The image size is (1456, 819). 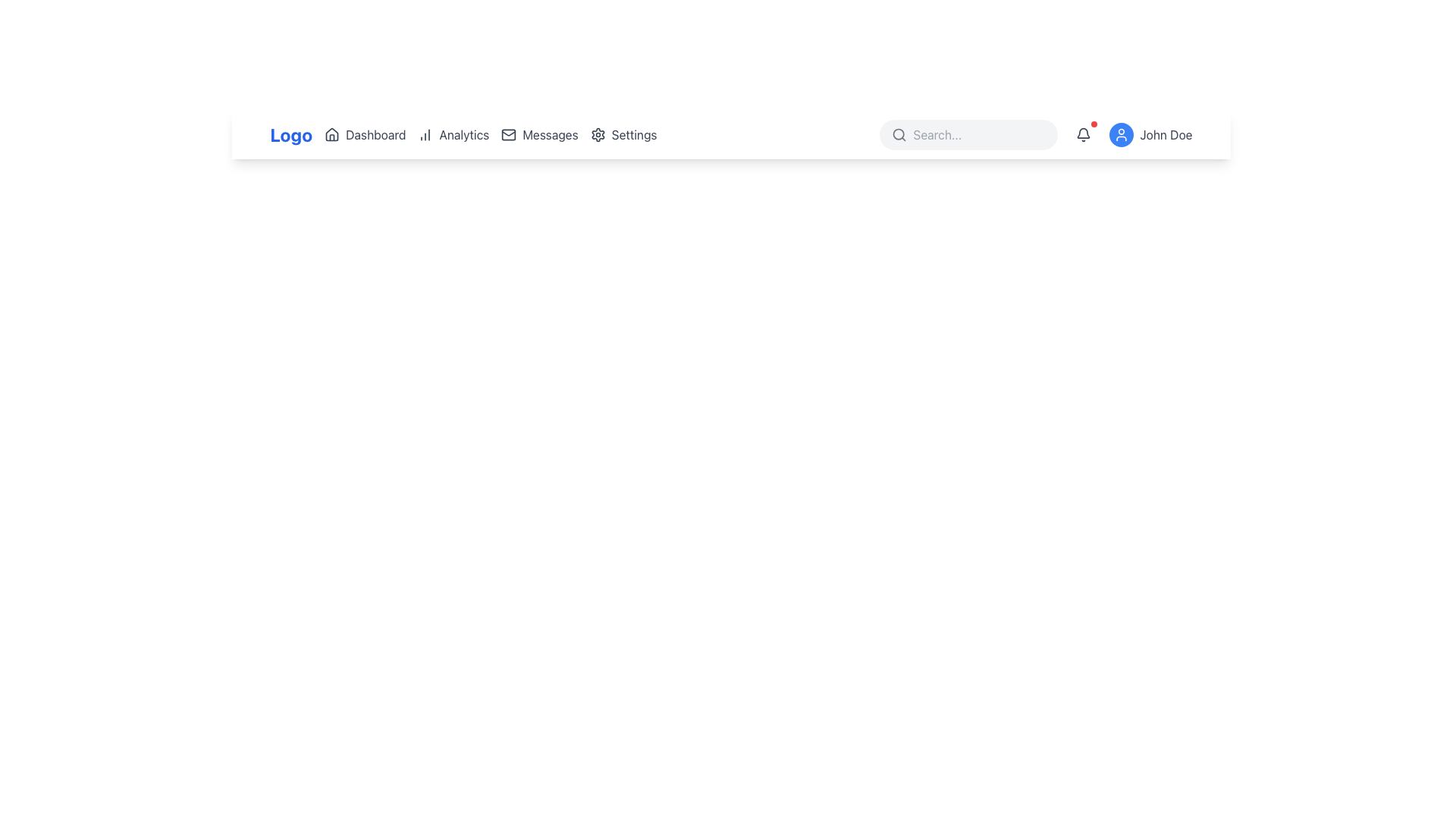 What do you see at coordinates (1083, 133) in the screenshot?
I see `the bell icon located in the top bar near the right corner` at bounding box center [1083, 133].